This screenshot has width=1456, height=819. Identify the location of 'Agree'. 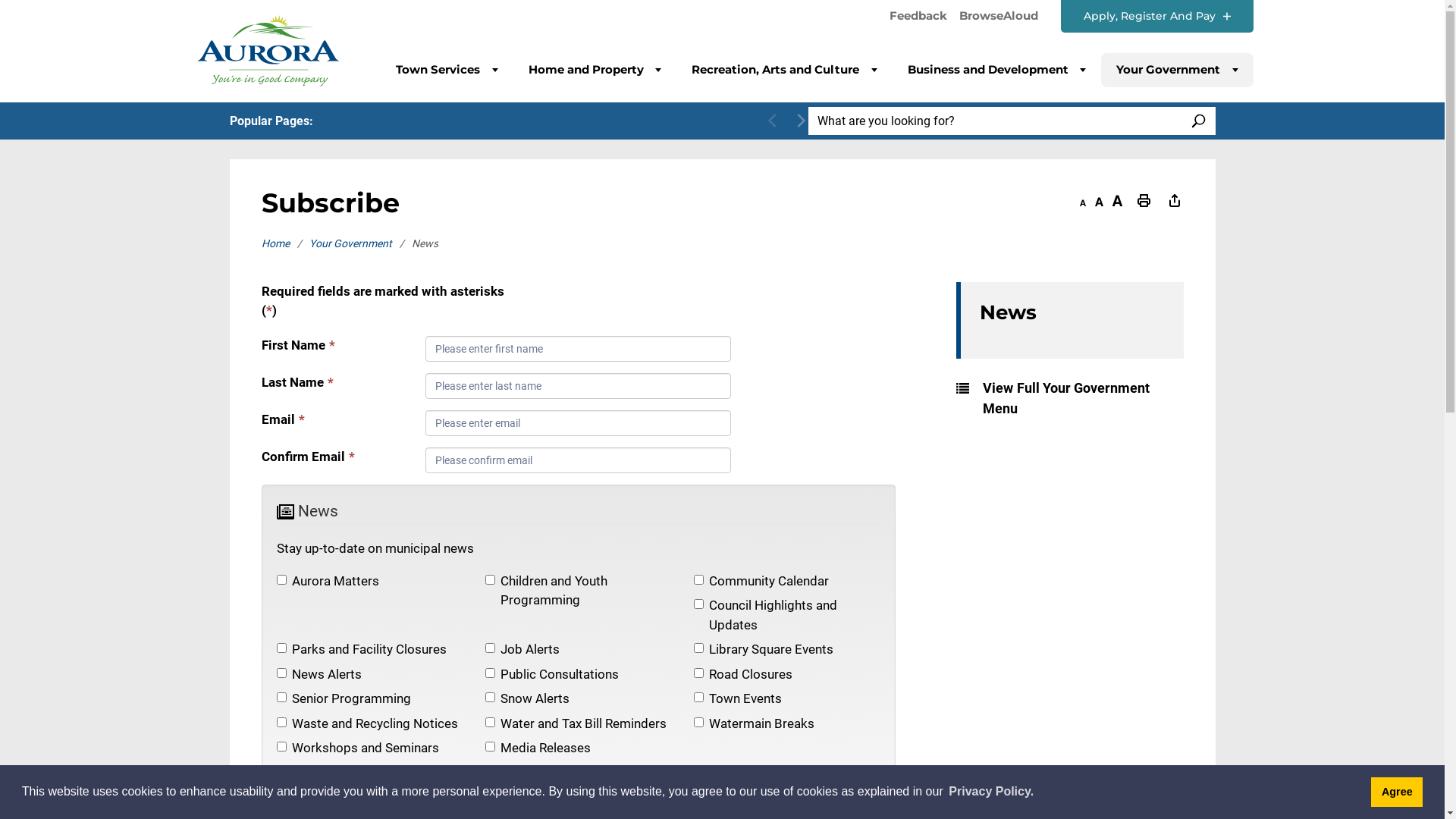
(1396, 791).